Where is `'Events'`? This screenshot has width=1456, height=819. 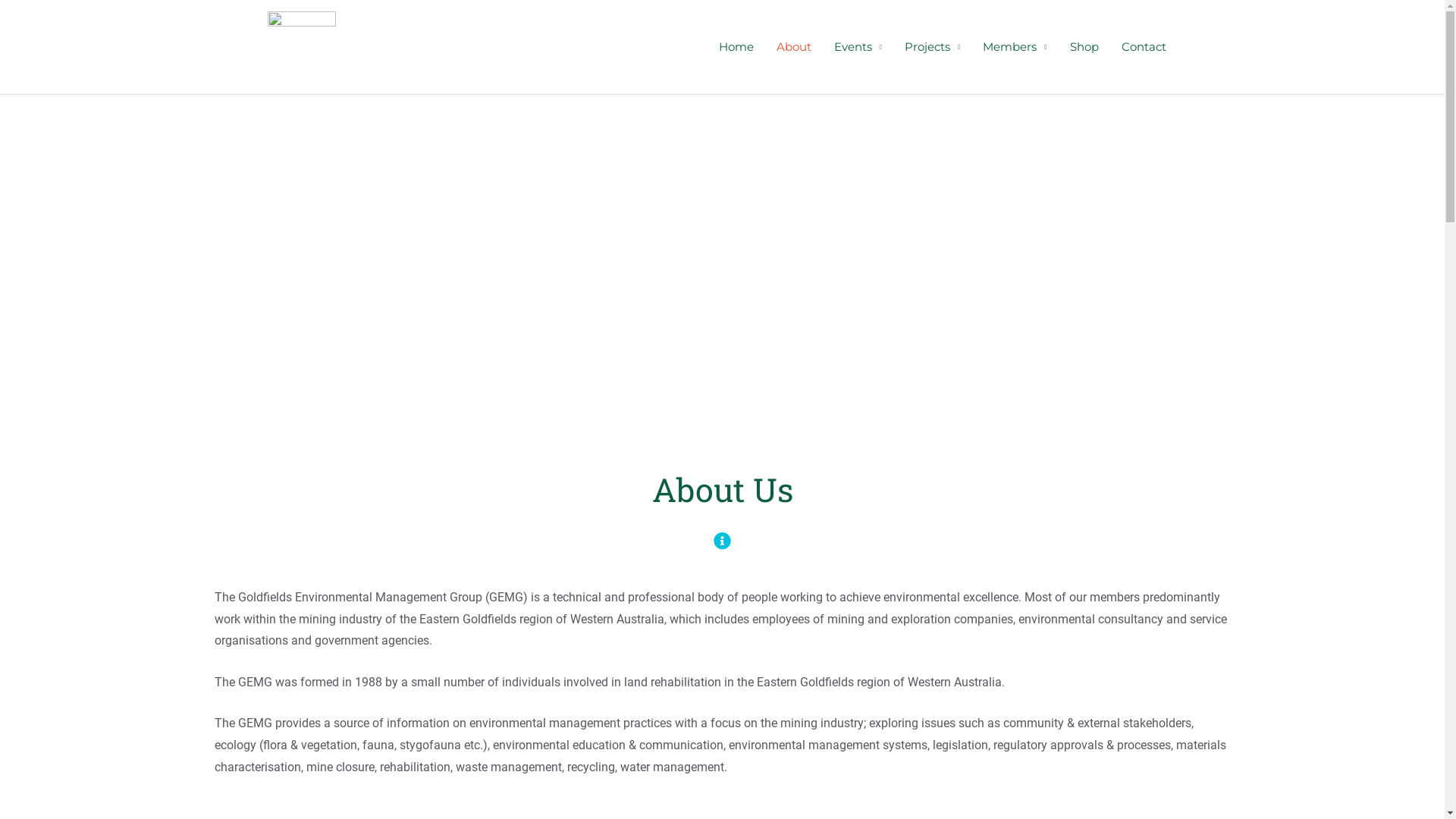 'Events' is located at coordinates (858, 45).